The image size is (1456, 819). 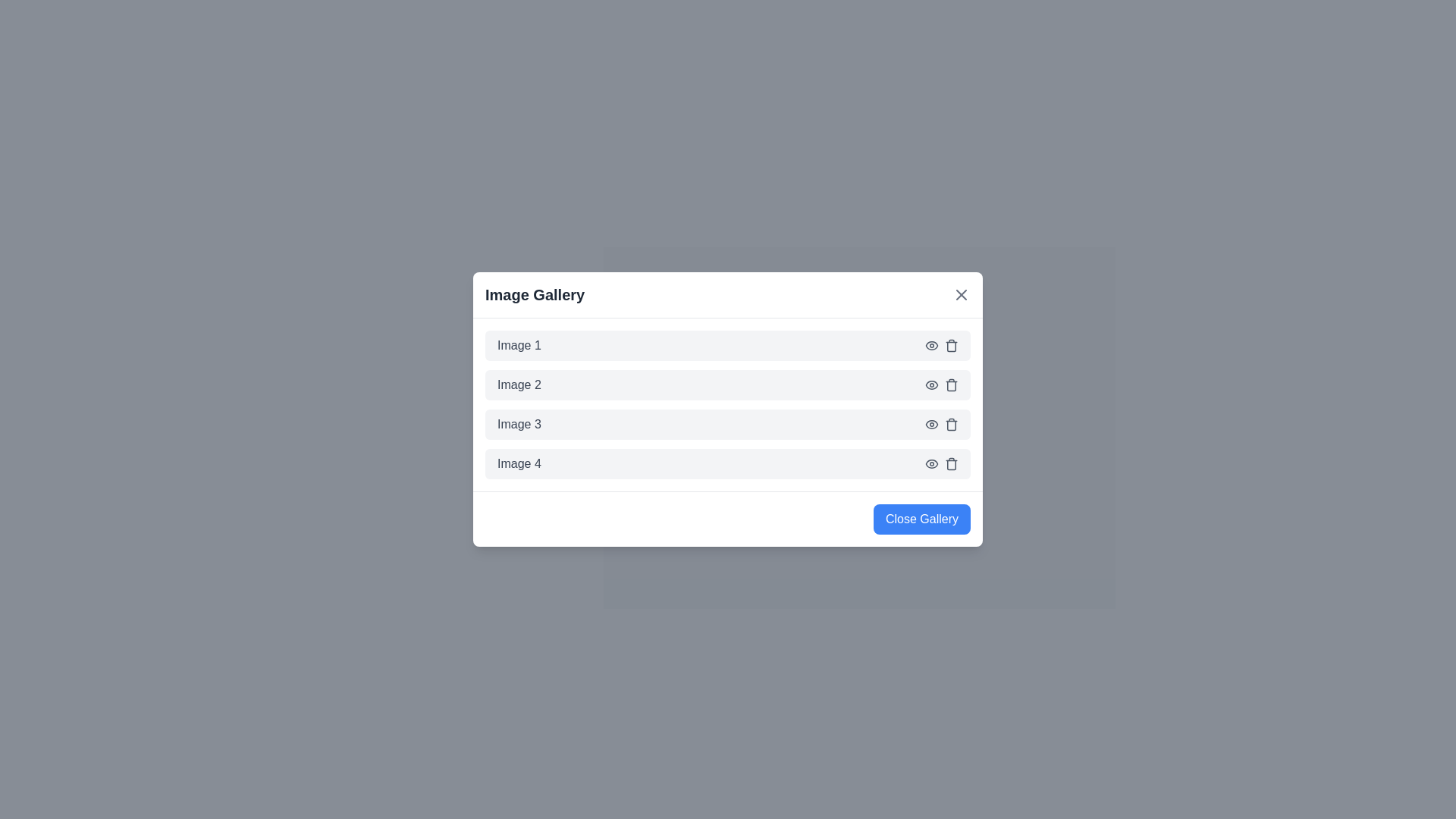 What do you see at coordinates (519, 424) in the screenshot?
I see `the text label displaying 'Image 3', which is styled in a gray sans-serif font and located in the third row of the list` at bounding box center [519, 424].